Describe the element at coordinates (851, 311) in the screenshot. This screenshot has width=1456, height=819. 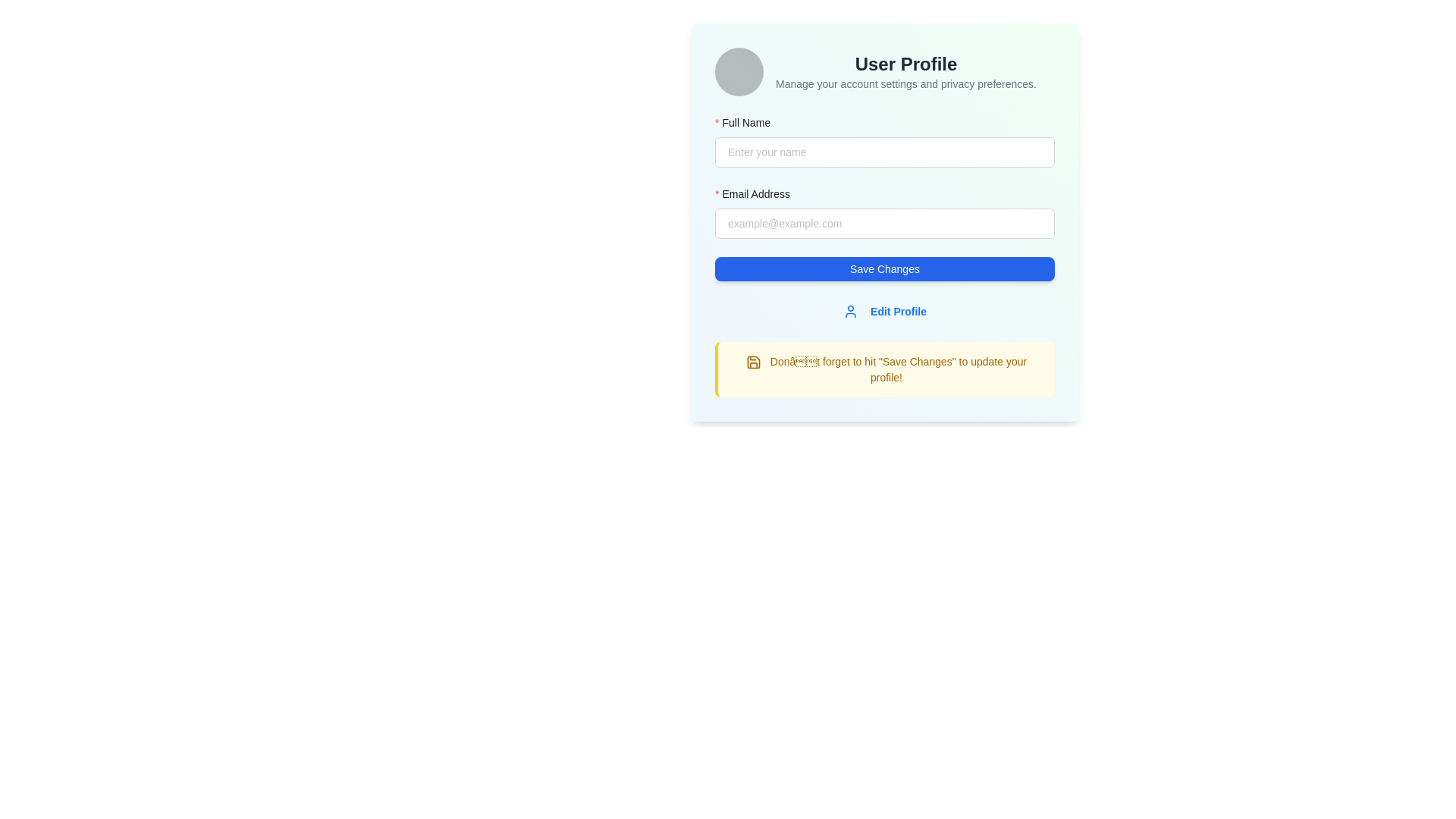
I see `the user icon, which is a blue circular head above a semicircular body outline, located to the left of the 'Edit Profile' text` at that location.